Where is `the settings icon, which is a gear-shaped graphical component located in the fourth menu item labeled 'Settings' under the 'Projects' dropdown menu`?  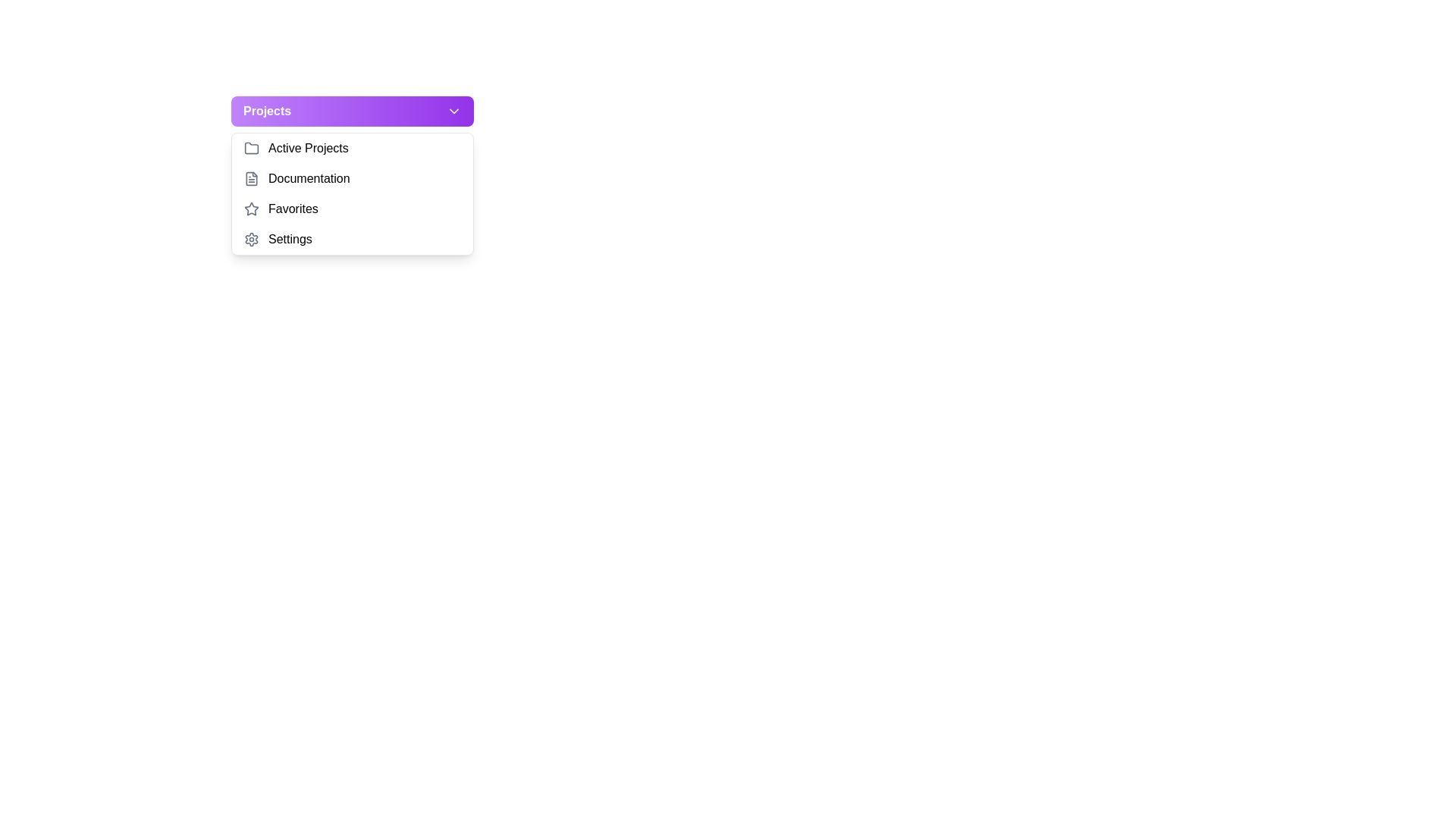 the settings icon, which is a gear-shaped graphical component located in the fourth menu item labeled 'Settings' under the 'Projects' dropdown menu is located at coordinates (251, 239).